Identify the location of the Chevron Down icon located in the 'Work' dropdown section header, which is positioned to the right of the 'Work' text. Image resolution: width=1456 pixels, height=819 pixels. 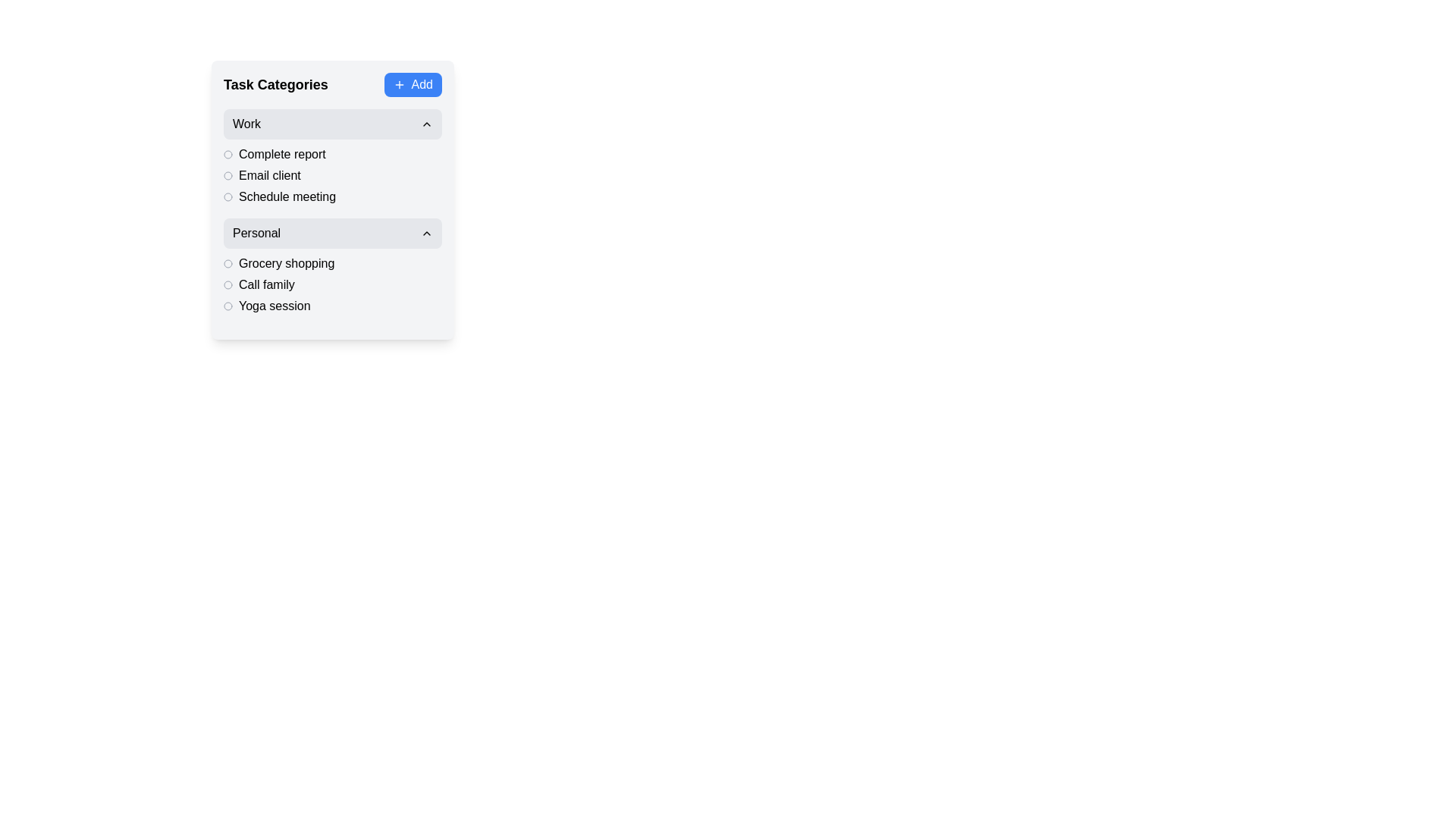
(425, 124).